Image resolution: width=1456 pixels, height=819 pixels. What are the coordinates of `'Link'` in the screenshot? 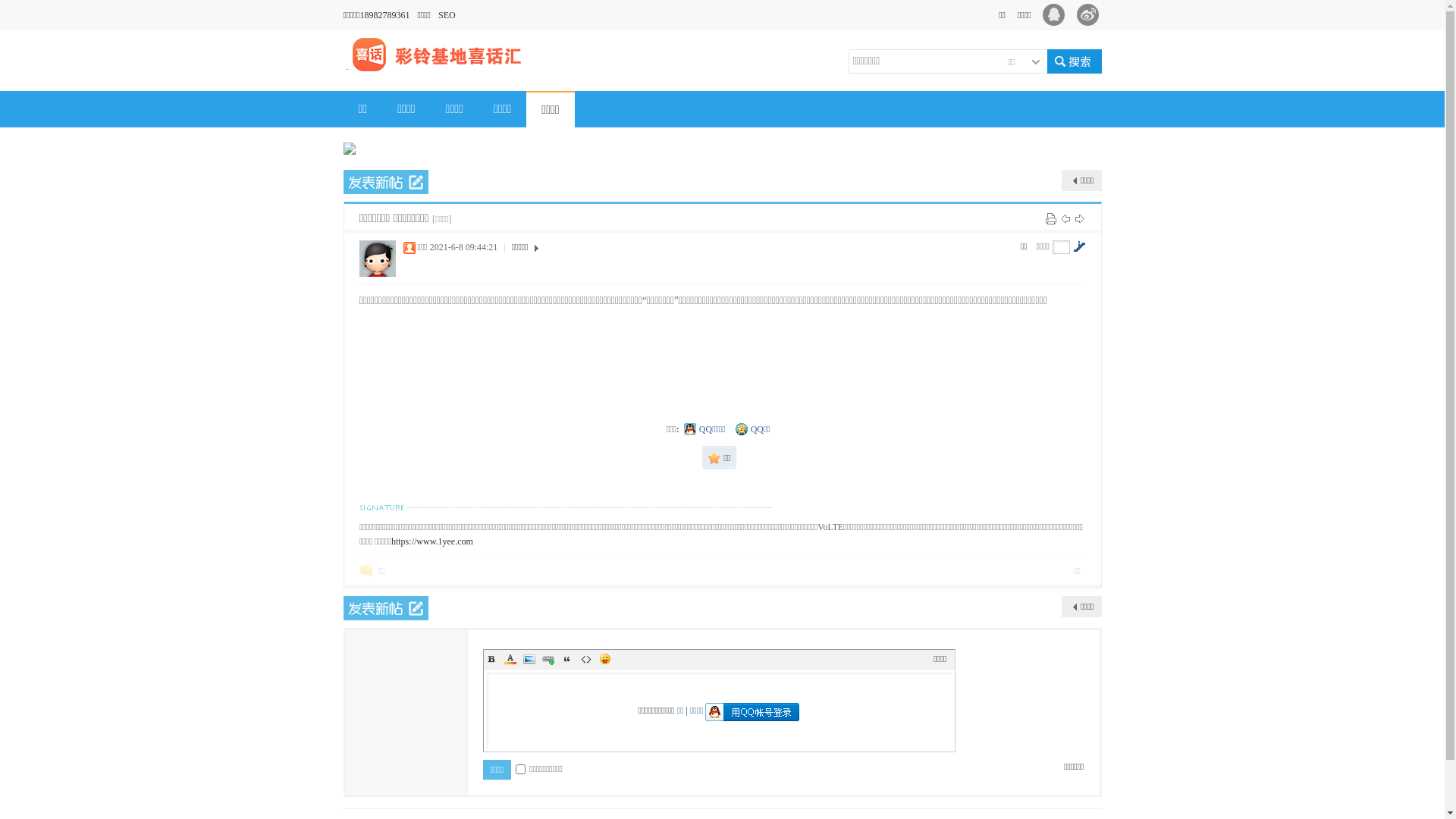 It's located at (546, 657).